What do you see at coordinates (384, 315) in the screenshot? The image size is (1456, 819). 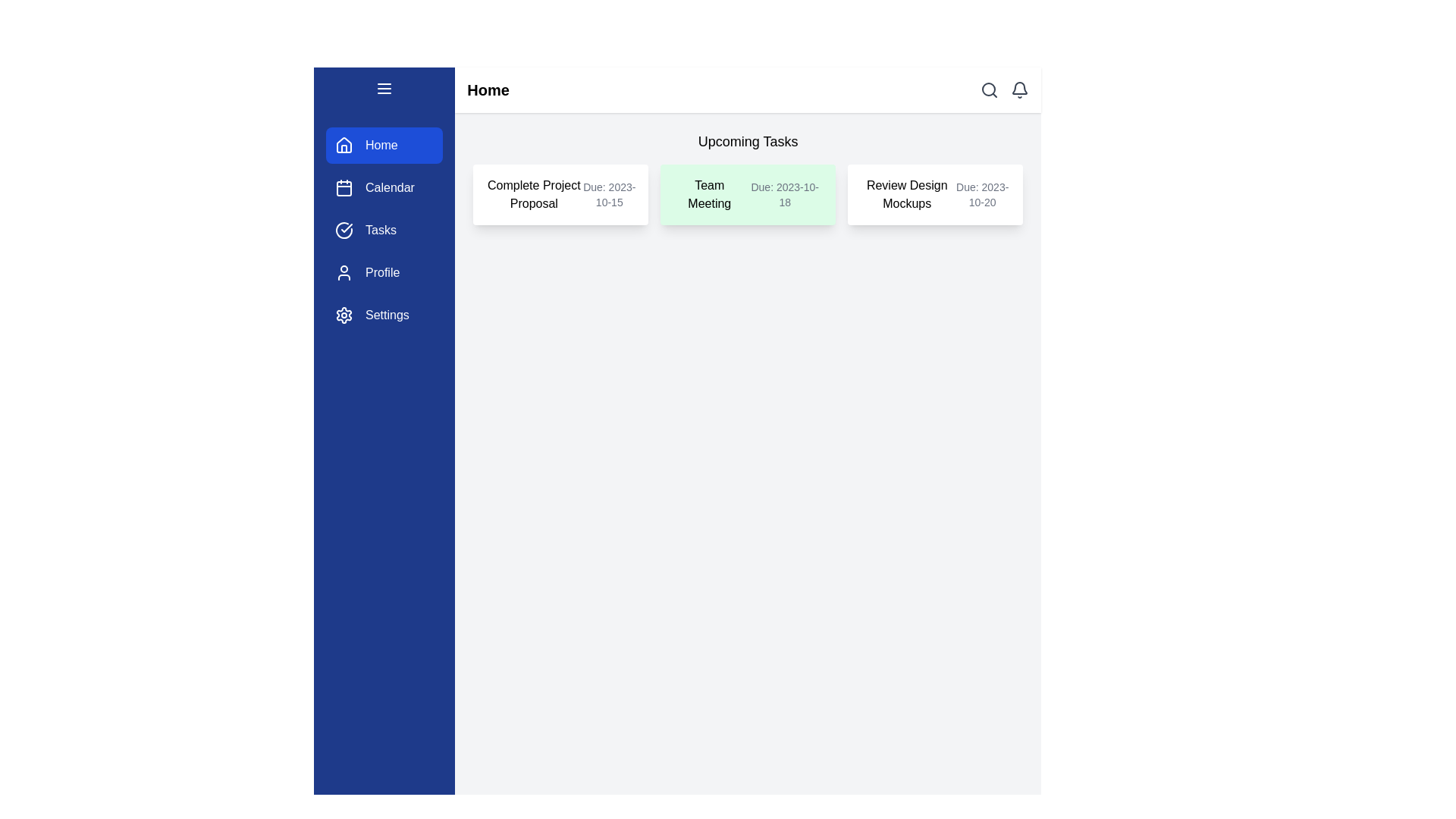 I see `the 'Settings' button in the vertical navigation menu, which is the fifth item and has a gear icon and blue background` at bounding box center [384, 315].